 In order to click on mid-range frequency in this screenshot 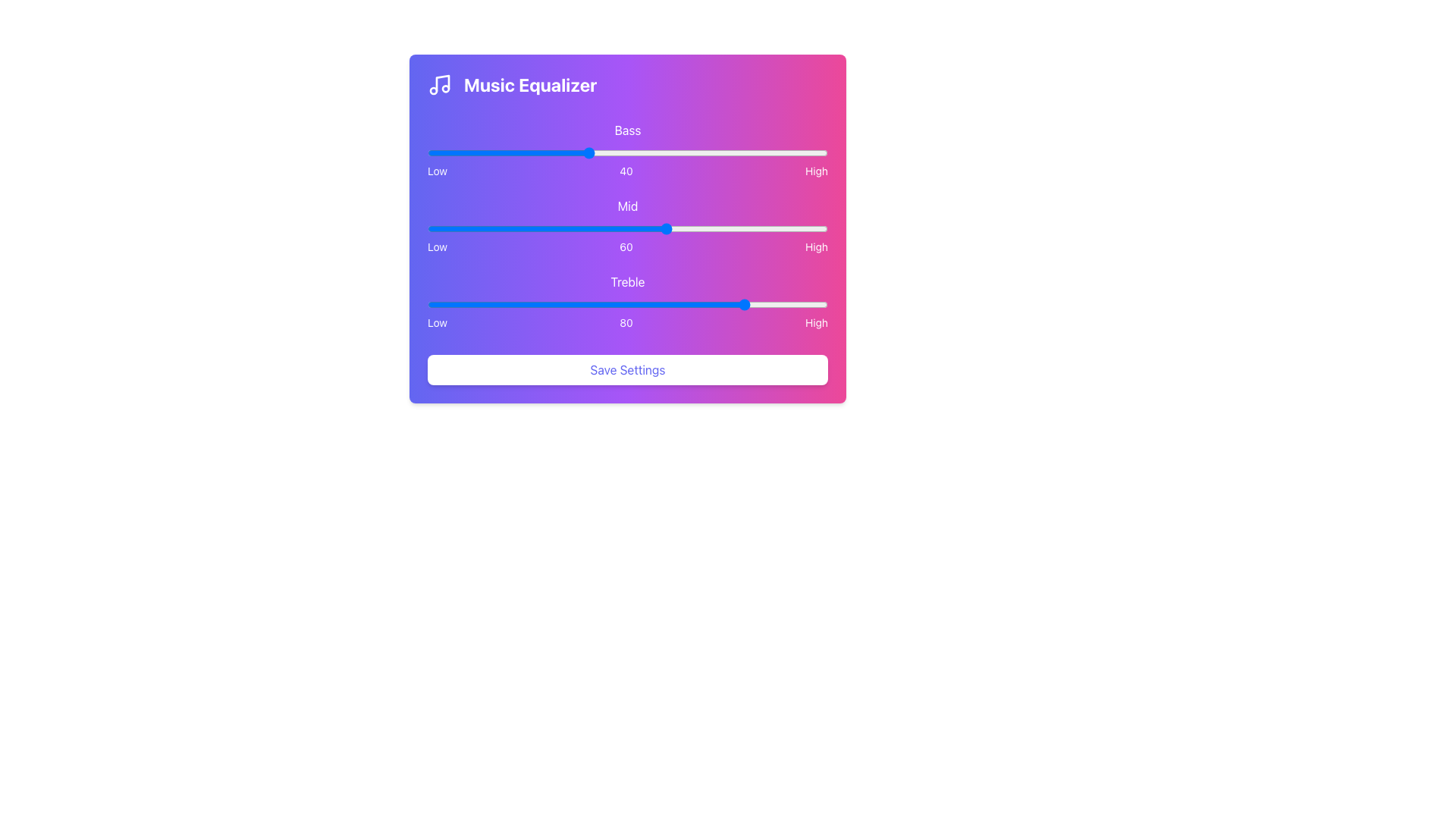, I will do `click(443, 228)`.